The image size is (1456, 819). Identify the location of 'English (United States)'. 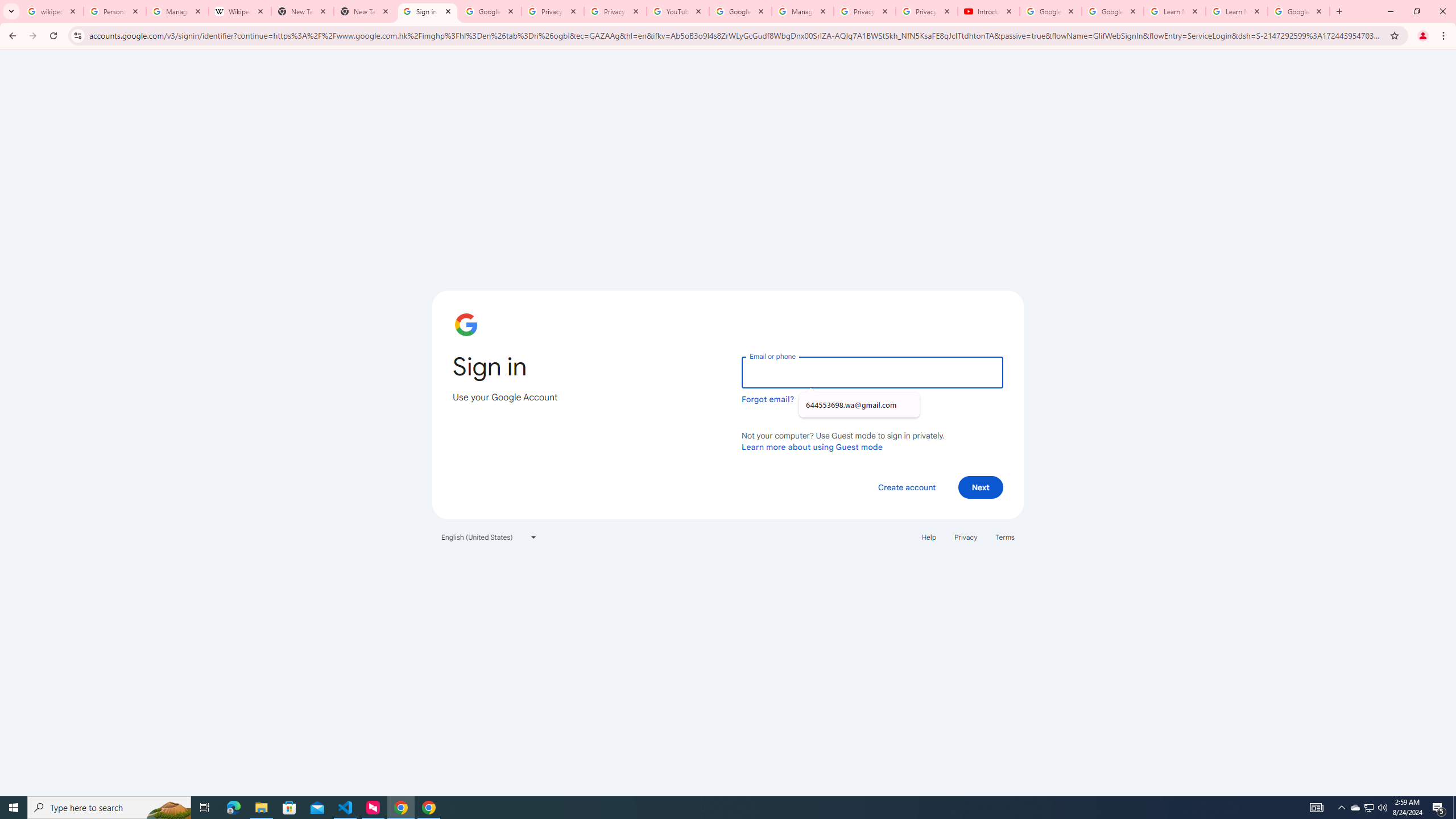
(489, 536).